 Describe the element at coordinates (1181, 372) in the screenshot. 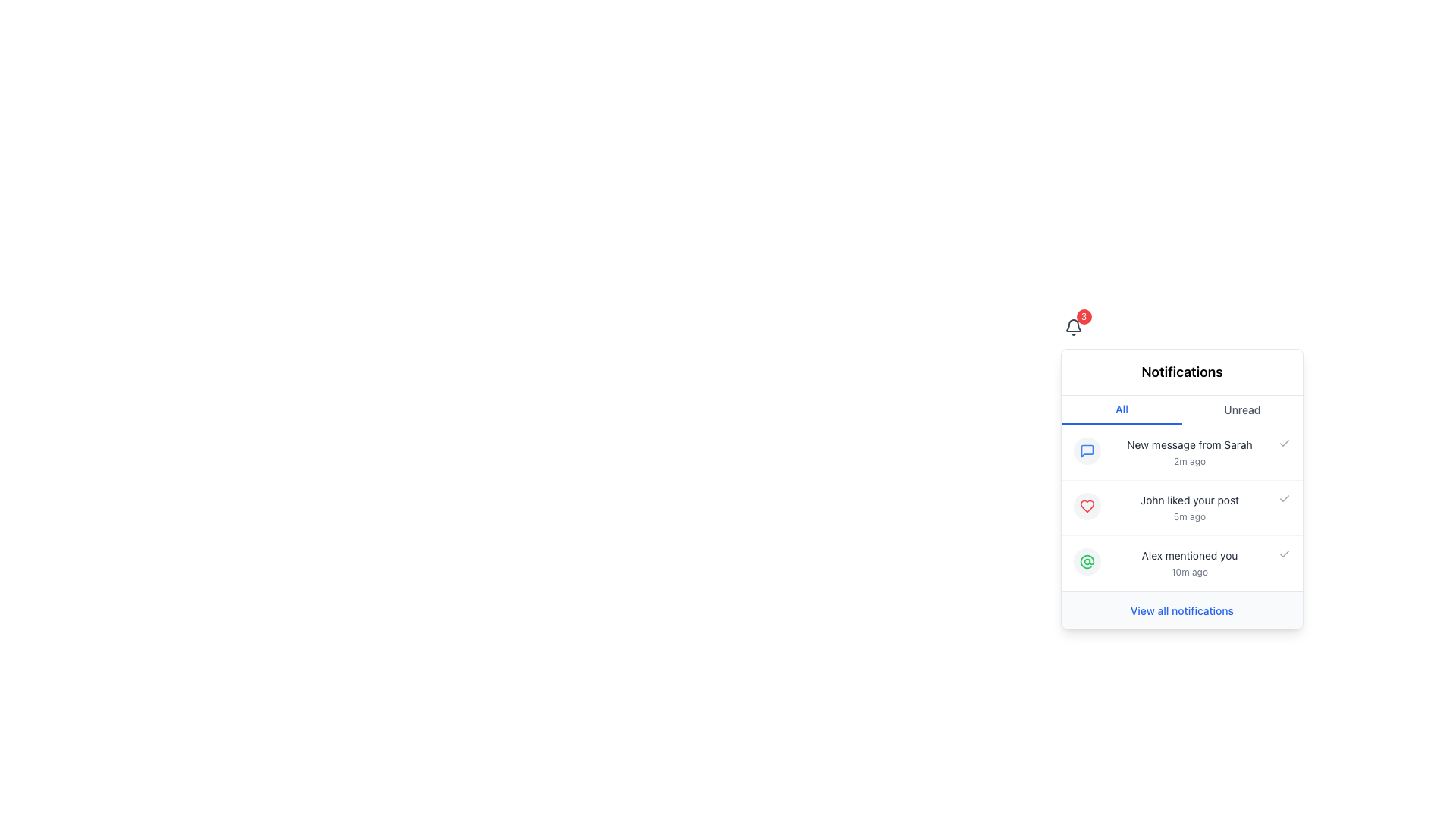

I see `the header label in the notification dropdown menu` at that location.